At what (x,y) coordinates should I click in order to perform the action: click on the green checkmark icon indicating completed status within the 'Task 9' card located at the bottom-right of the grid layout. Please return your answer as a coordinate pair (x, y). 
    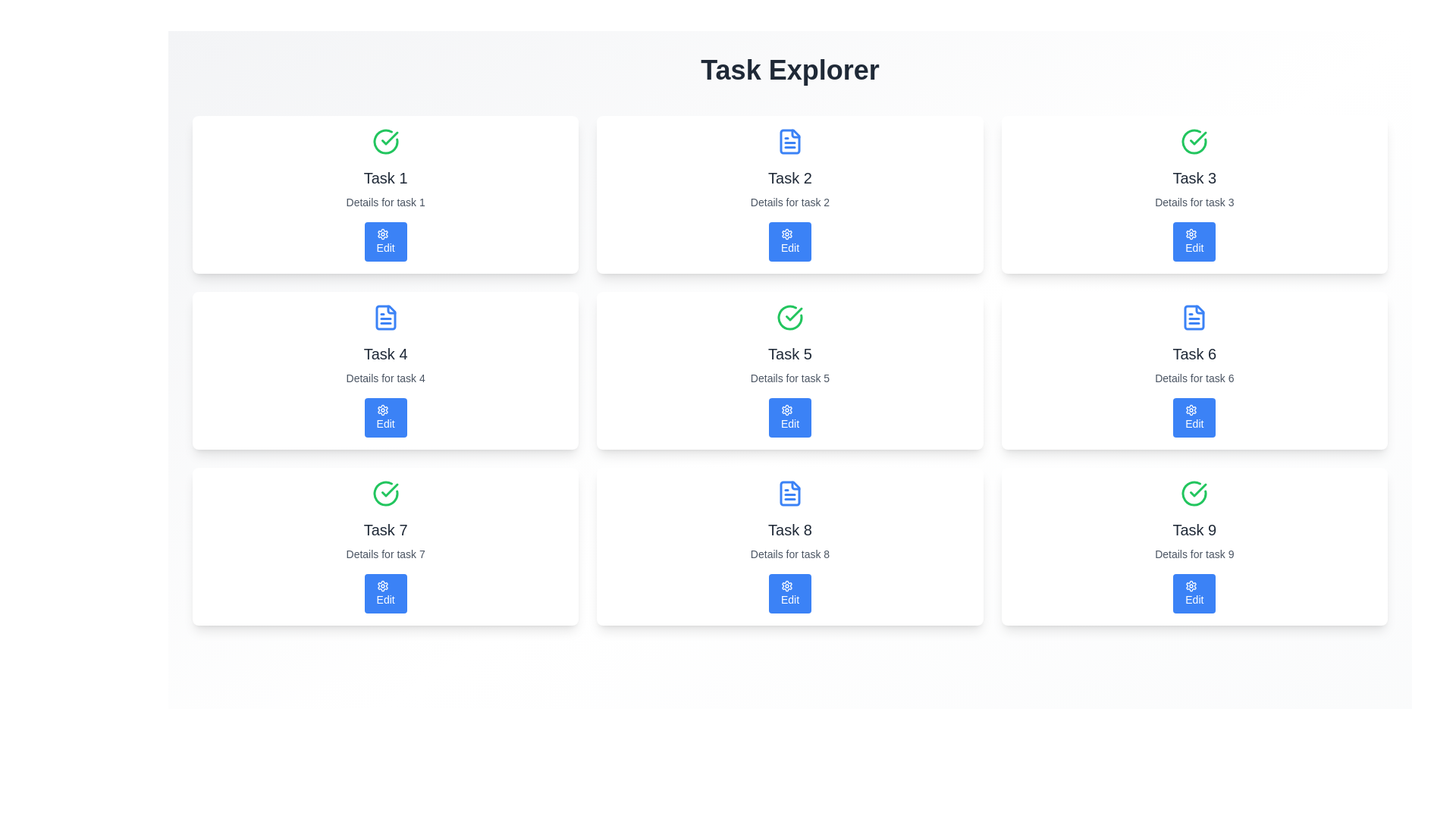
    Looking at the image, I should click on (1197, 490).